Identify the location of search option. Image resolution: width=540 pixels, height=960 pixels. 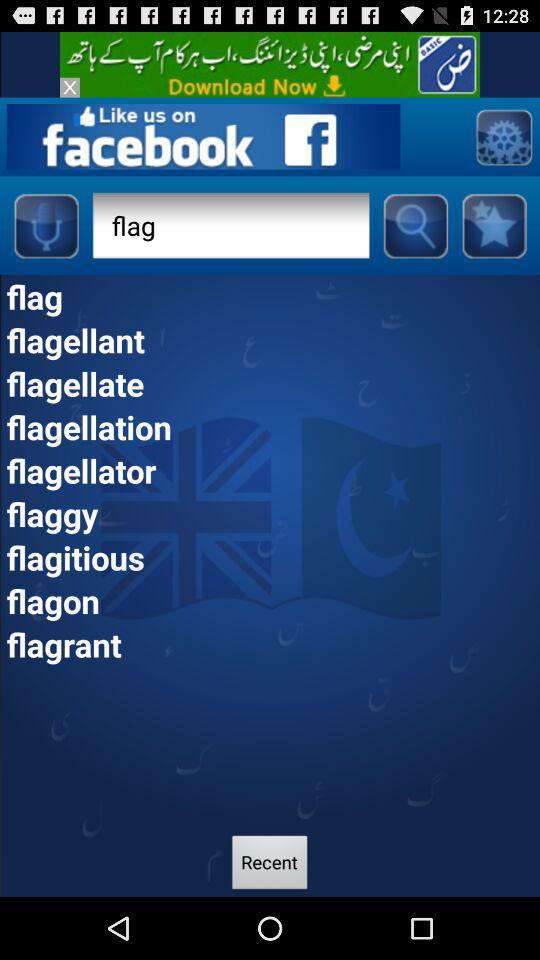
(414, 225).